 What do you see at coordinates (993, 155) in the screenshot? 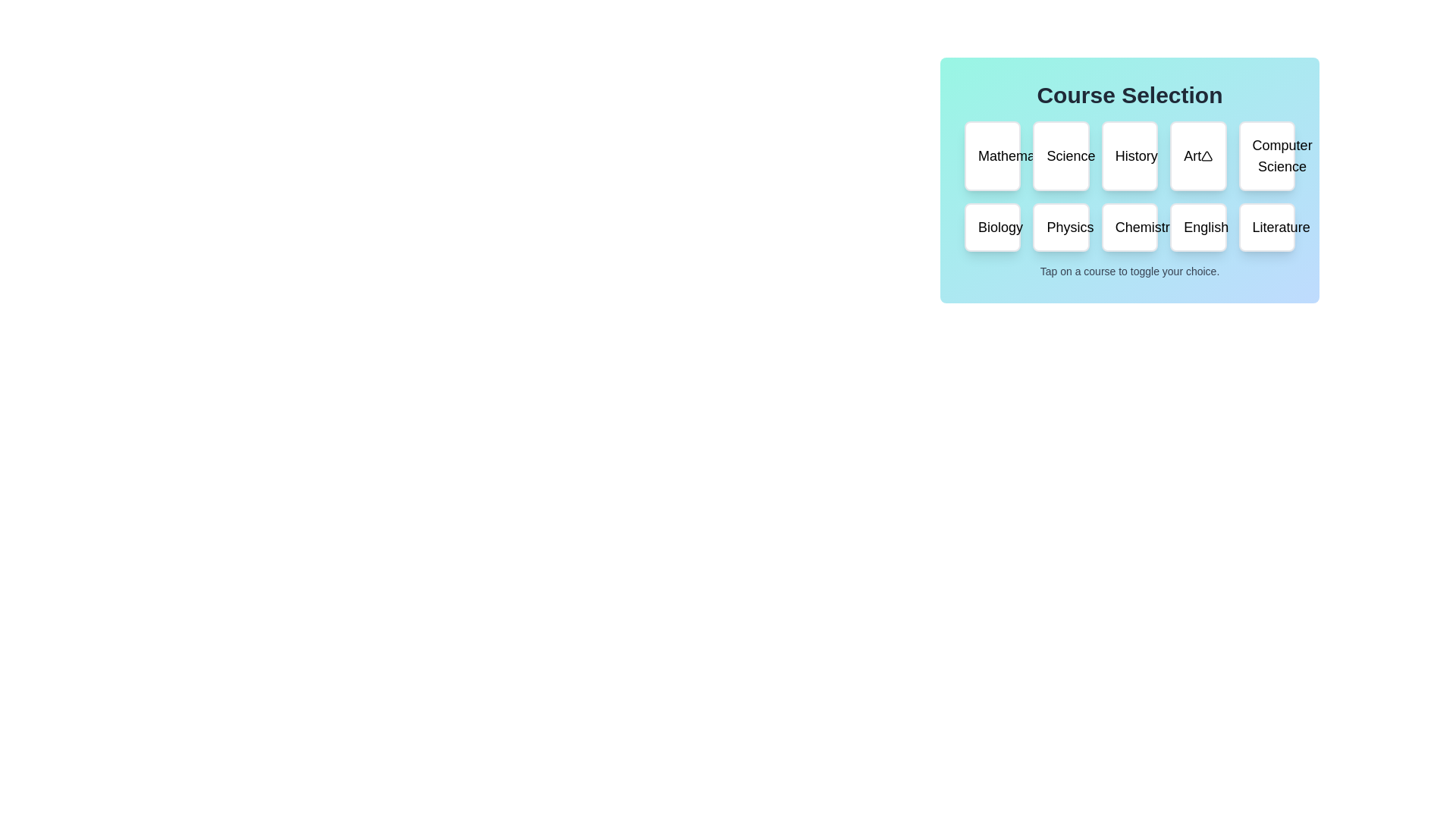
I see `the course Mathematics` at bounding box center [993, 155].